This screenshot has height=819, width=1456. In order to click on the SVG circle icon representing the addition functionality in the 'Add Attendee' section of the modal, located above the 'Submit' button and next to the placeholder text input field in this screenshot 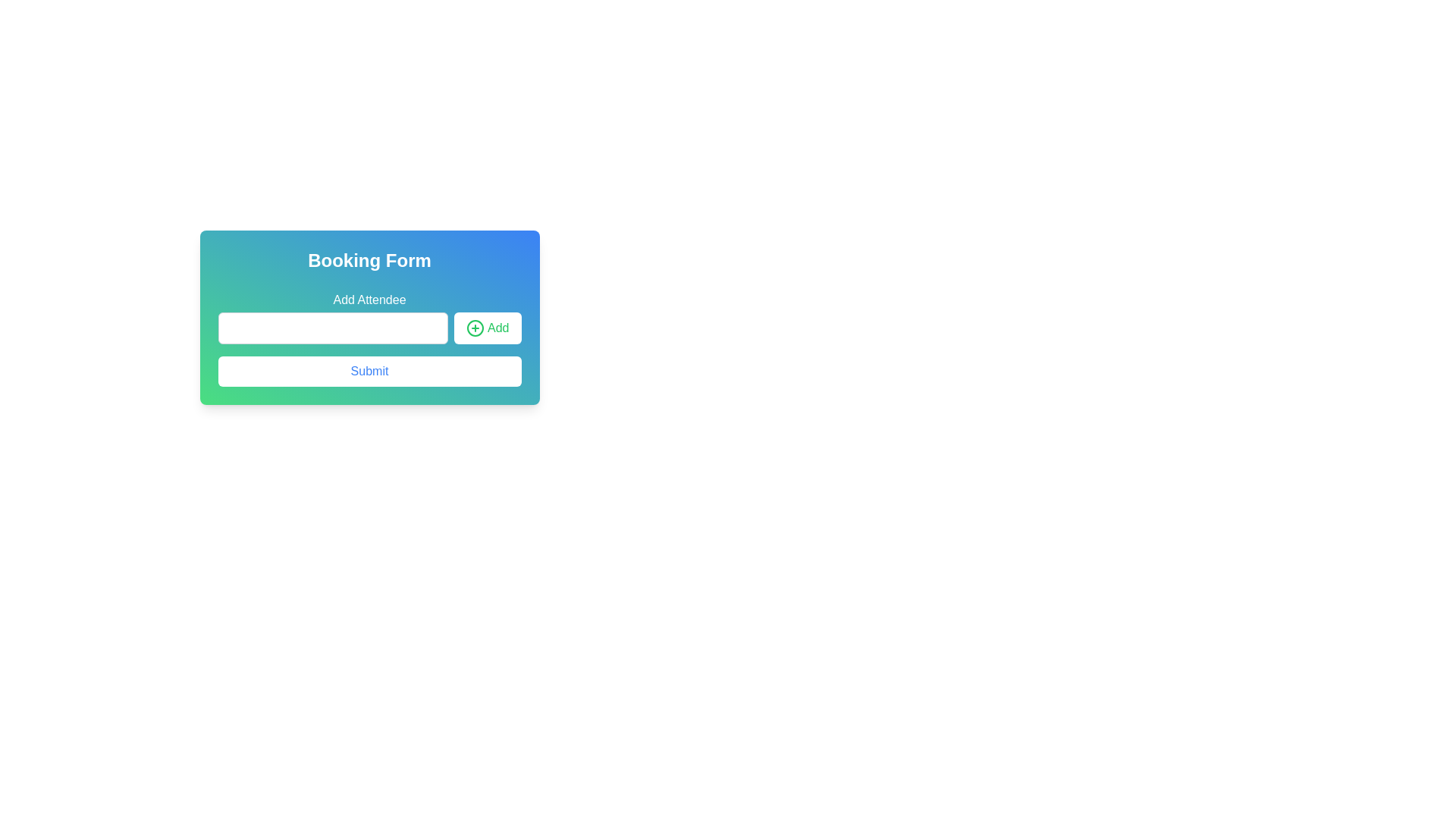, I will do `click(475, 328)`.